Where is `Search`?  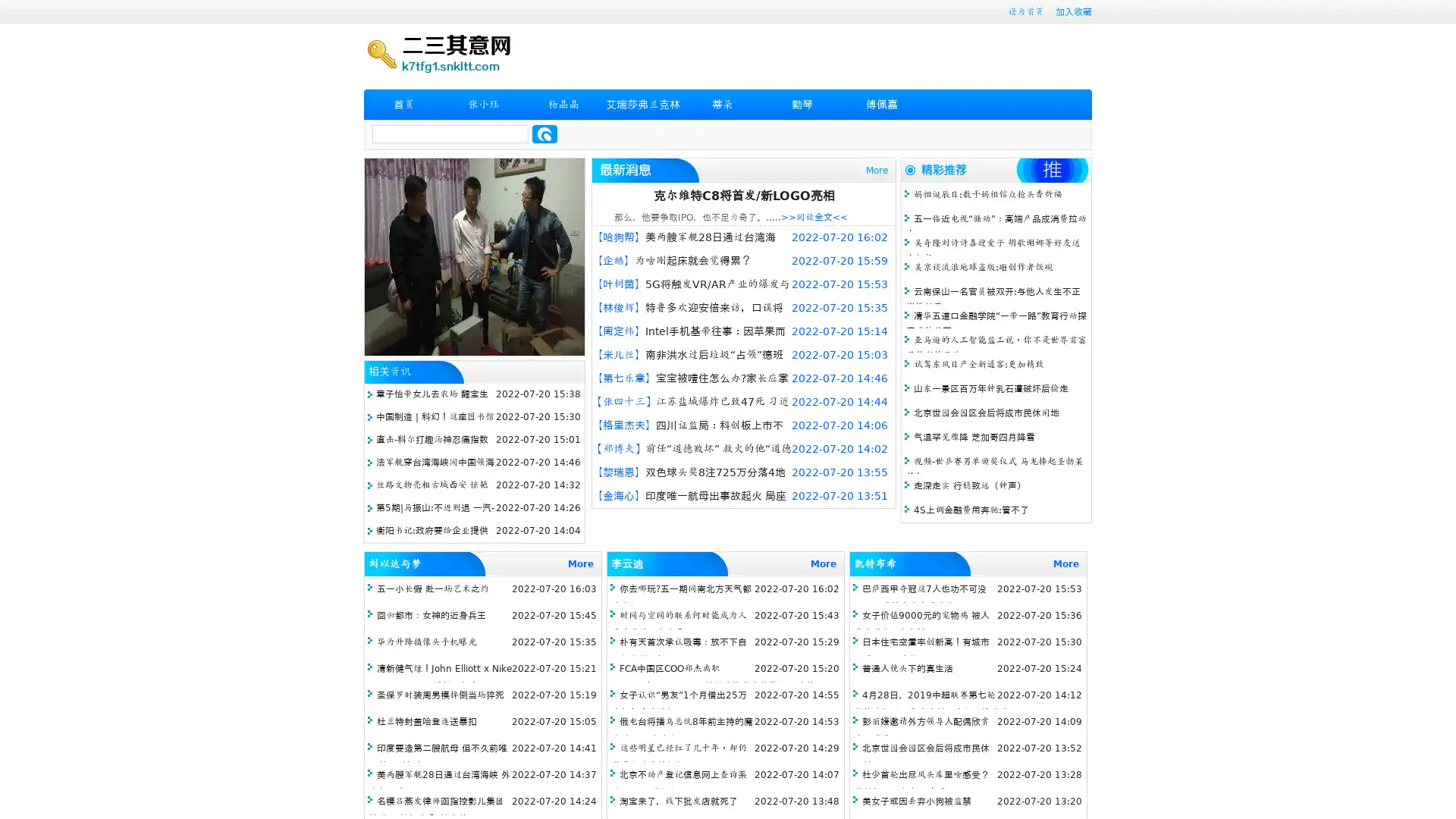
Search is located at coordinates (544, 133).